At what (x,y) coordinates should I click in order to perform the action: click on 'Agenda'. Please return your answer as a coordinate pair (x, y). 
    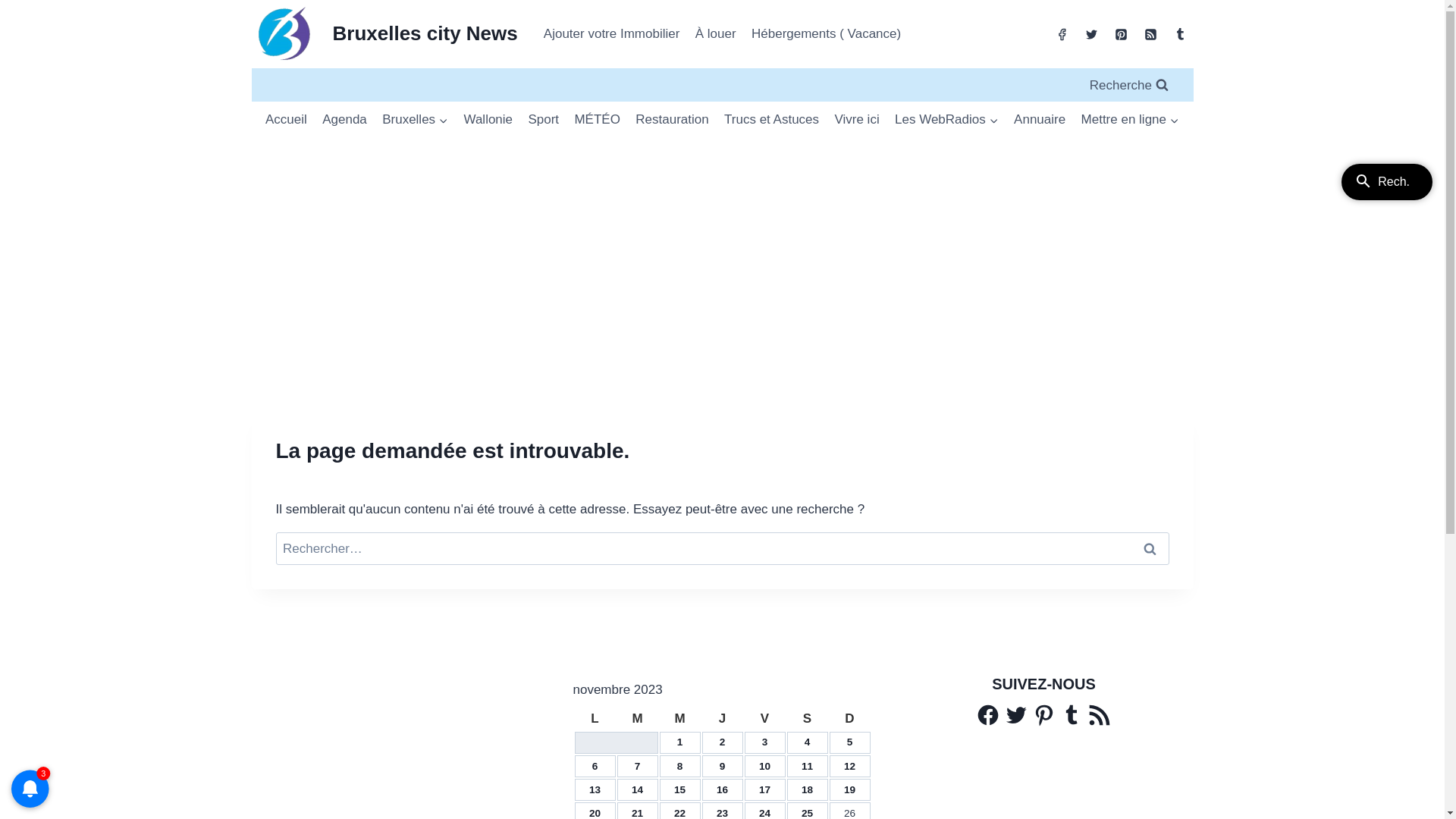
    Looking at the image, I should click on (344, 119).